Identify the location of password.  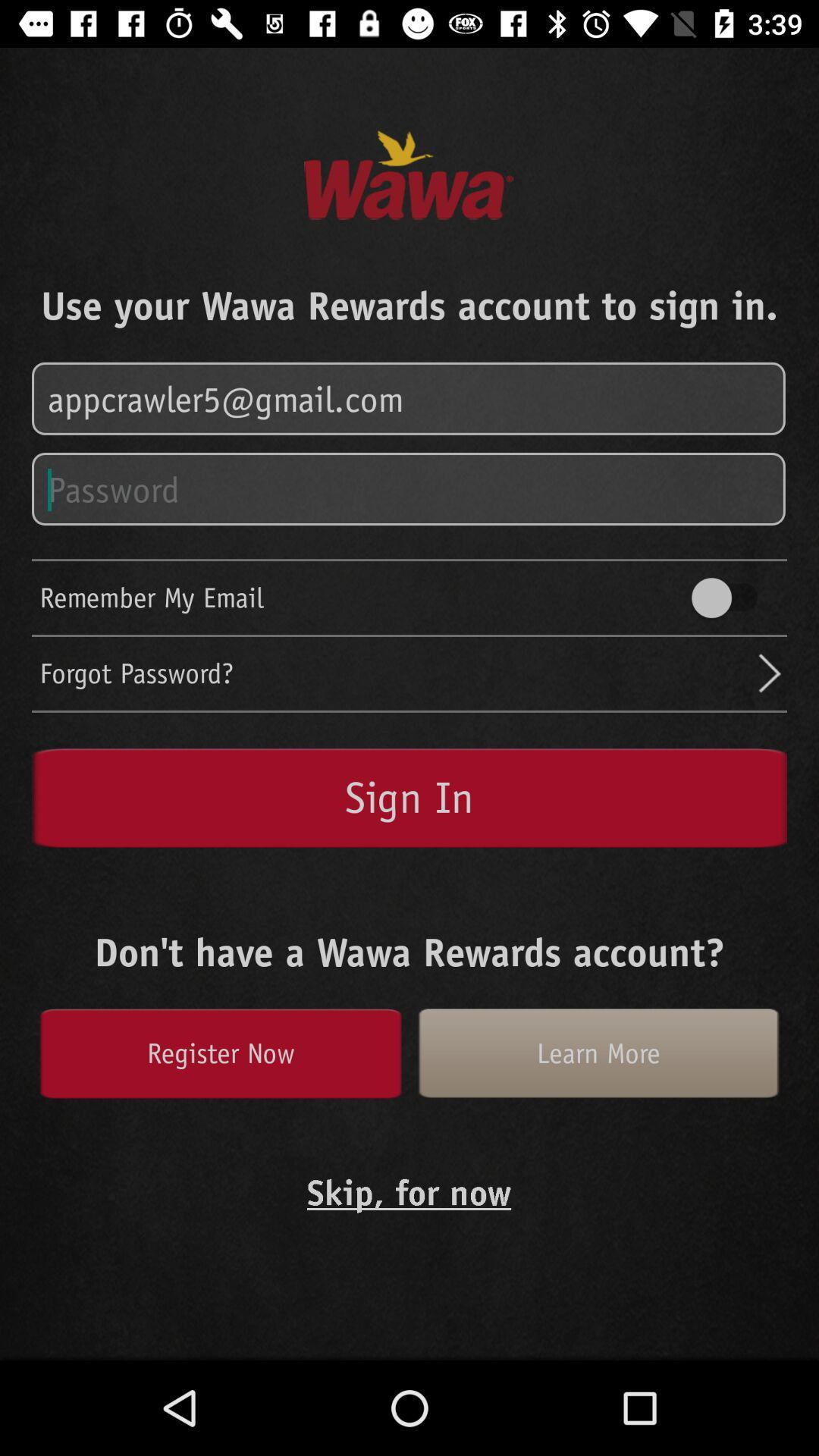
(409, 490).